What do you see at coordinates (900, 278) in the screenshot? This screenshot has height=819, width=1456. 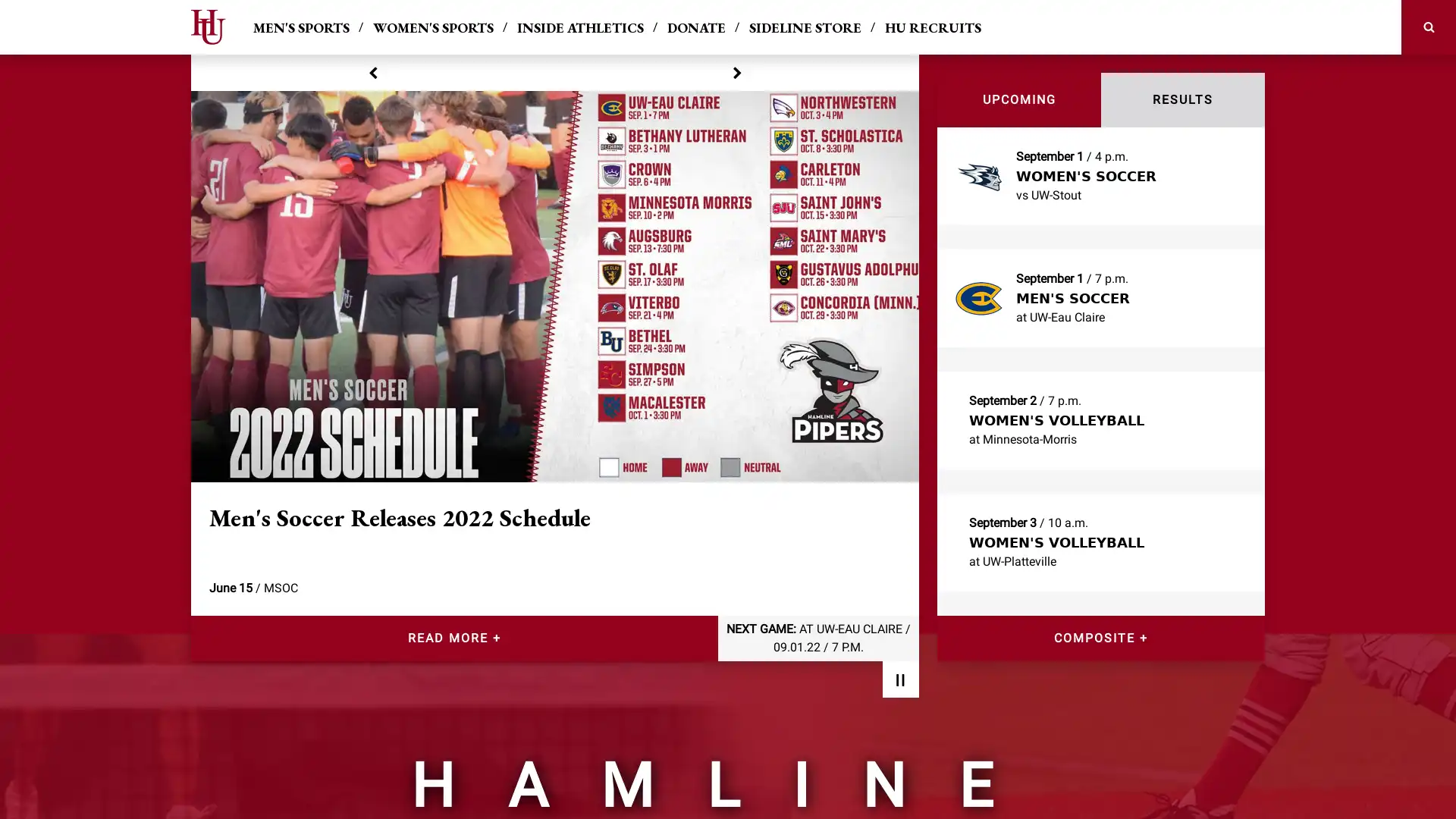 I see `next` at bounding box center [900, 278].